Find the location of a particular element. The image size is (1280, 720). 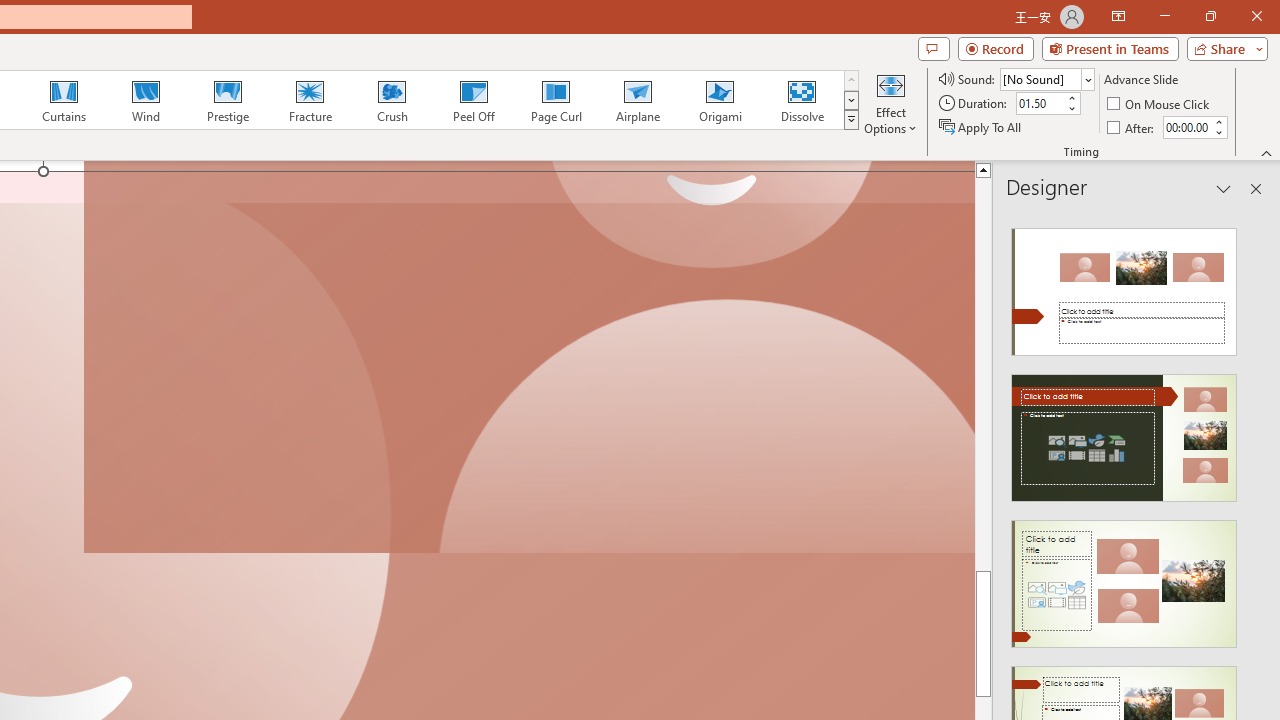

'Page Curl' is located at coordinates (555, 100).